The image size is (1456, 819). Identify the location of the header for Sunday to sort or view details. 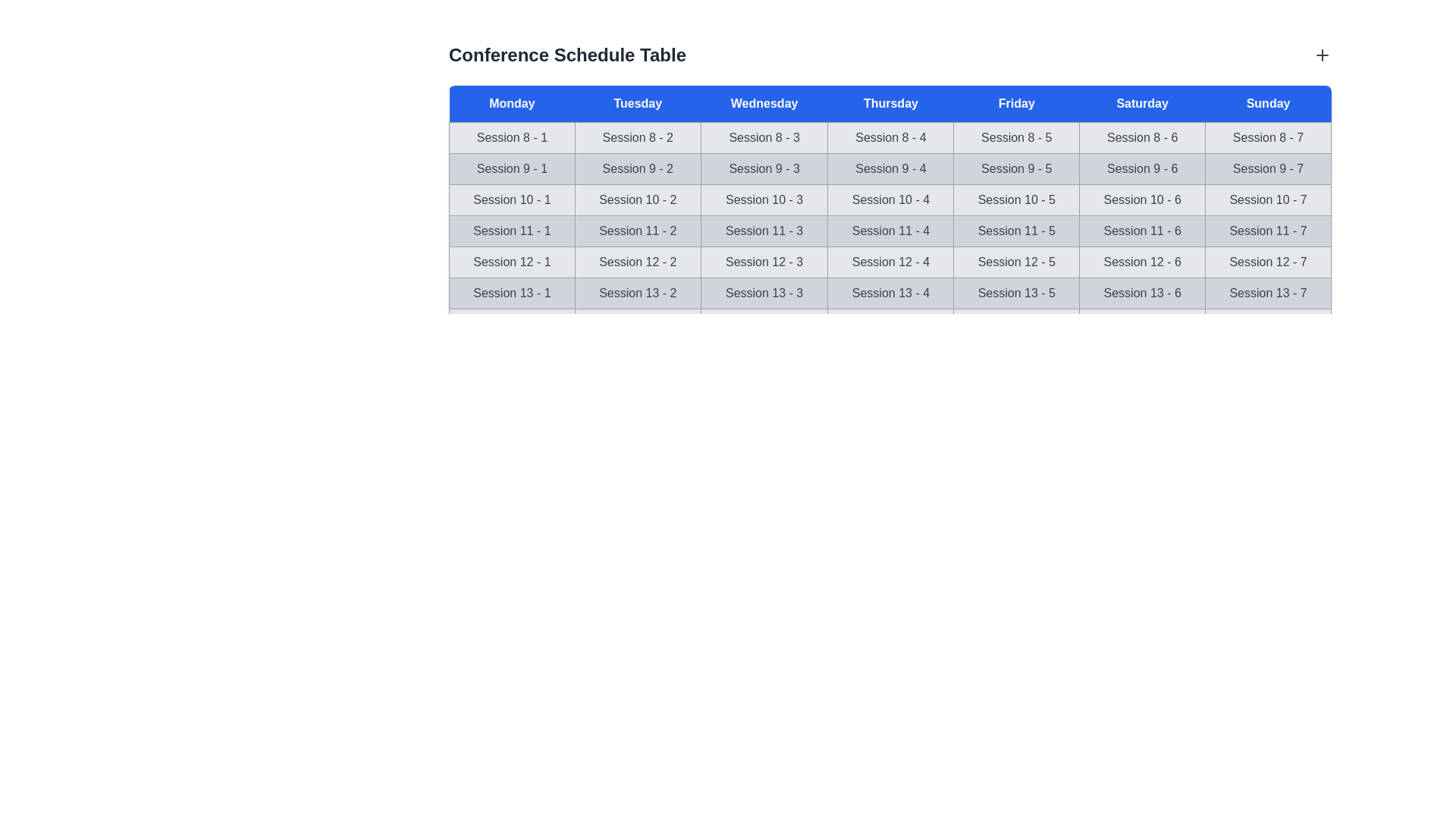
(1268, 103).